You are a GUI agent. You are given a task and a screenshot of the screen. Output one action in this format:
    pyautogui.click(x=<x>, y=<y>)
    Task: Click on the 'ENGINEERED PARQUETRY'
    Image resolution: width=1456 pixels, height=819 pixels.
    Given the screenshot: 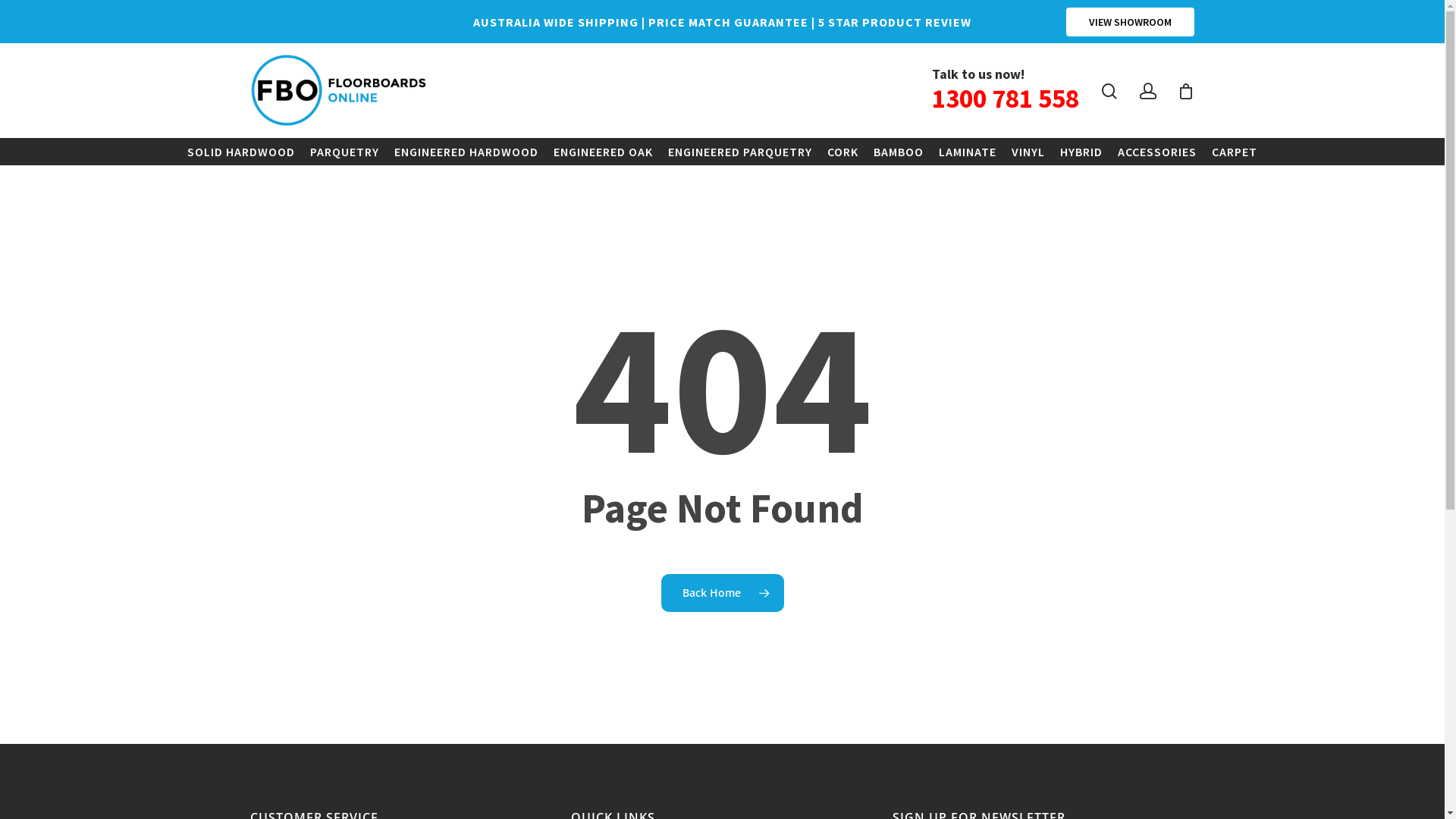 What is the action you would take?
    pyautogui.click(x=660, y=152)
    